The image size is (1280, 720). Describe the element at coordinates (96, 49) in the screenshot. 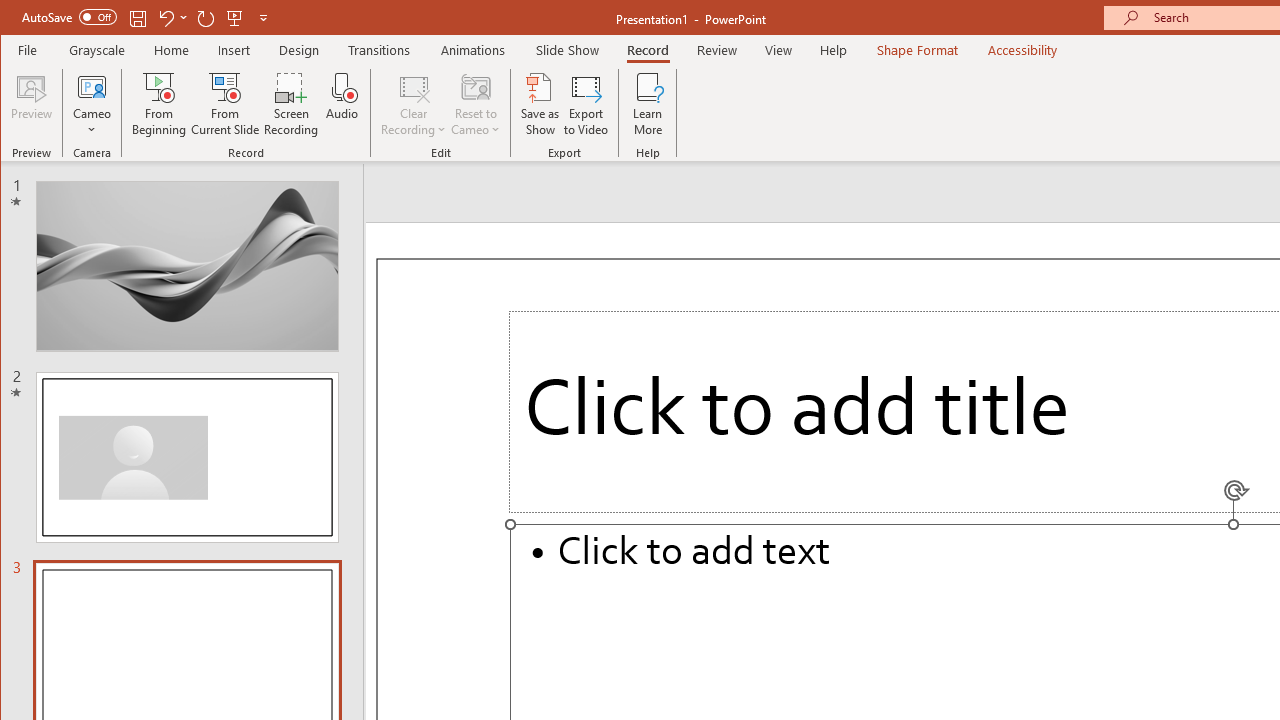

I see `'Grayscale'` at that location.